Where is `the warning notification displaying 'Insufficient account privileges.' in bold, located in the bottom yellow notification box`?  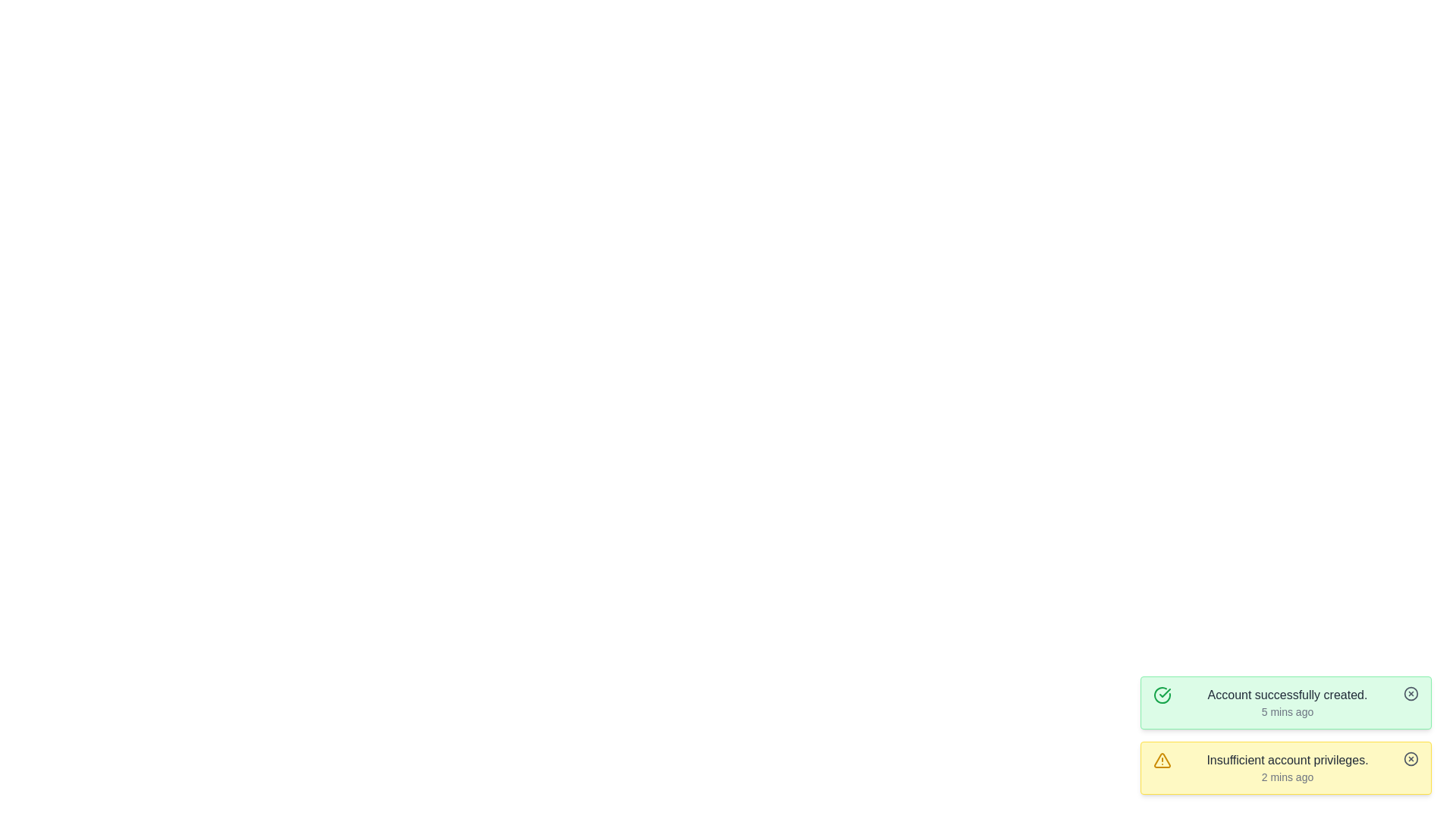 the warning notification displaying 'Insufficient account privileges.' in bold, located in the bottom yellow notification box is located at coordinates (1287, 768).